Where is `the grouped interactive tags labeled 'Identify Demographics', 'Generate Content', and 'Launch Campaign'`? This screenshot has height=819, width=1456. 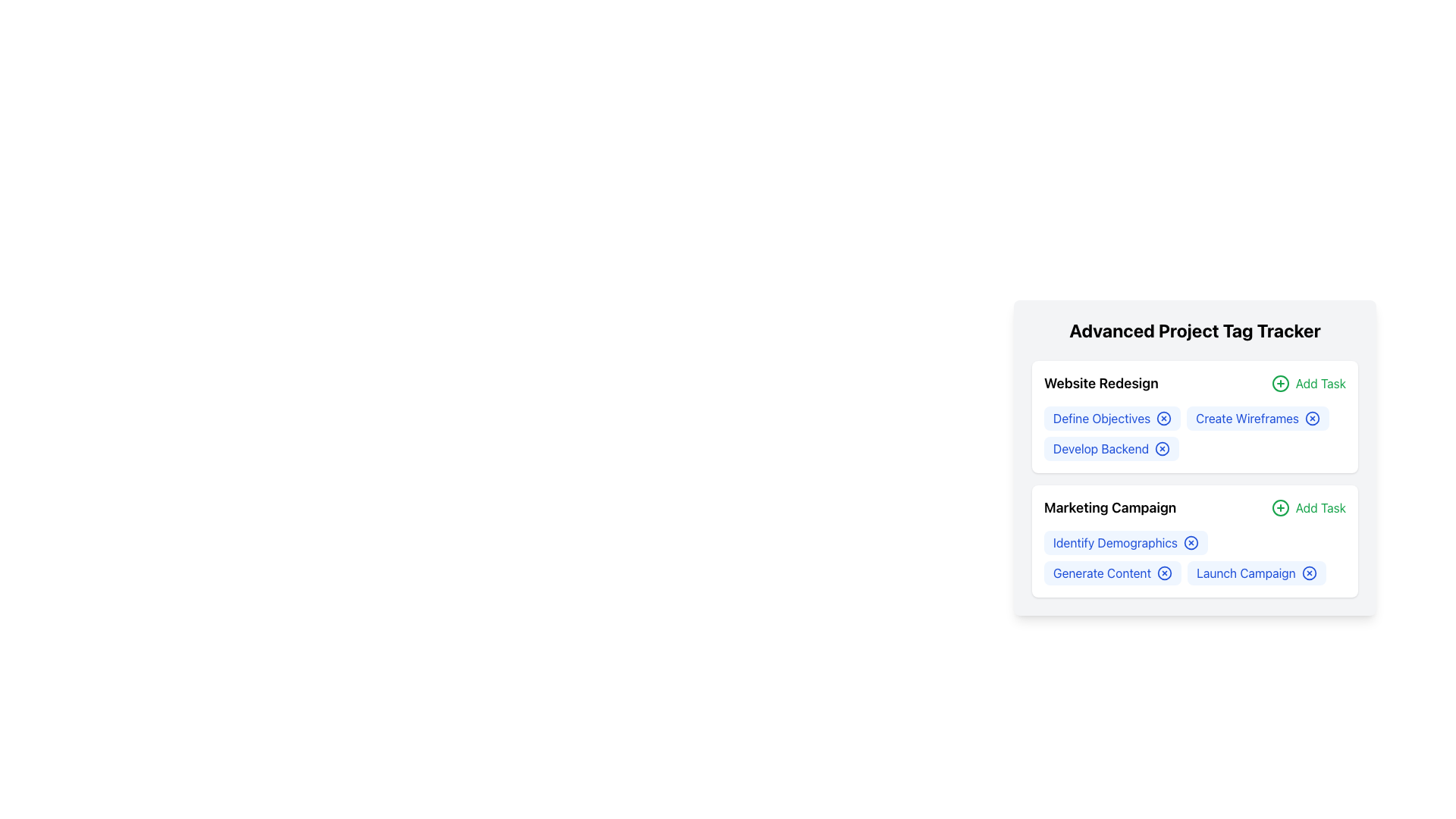 the grouped interactive tags labeled 'Identify Demographics', 'Generate Content', and 'Launch Campaign' is located at coordinates (1194, 558).